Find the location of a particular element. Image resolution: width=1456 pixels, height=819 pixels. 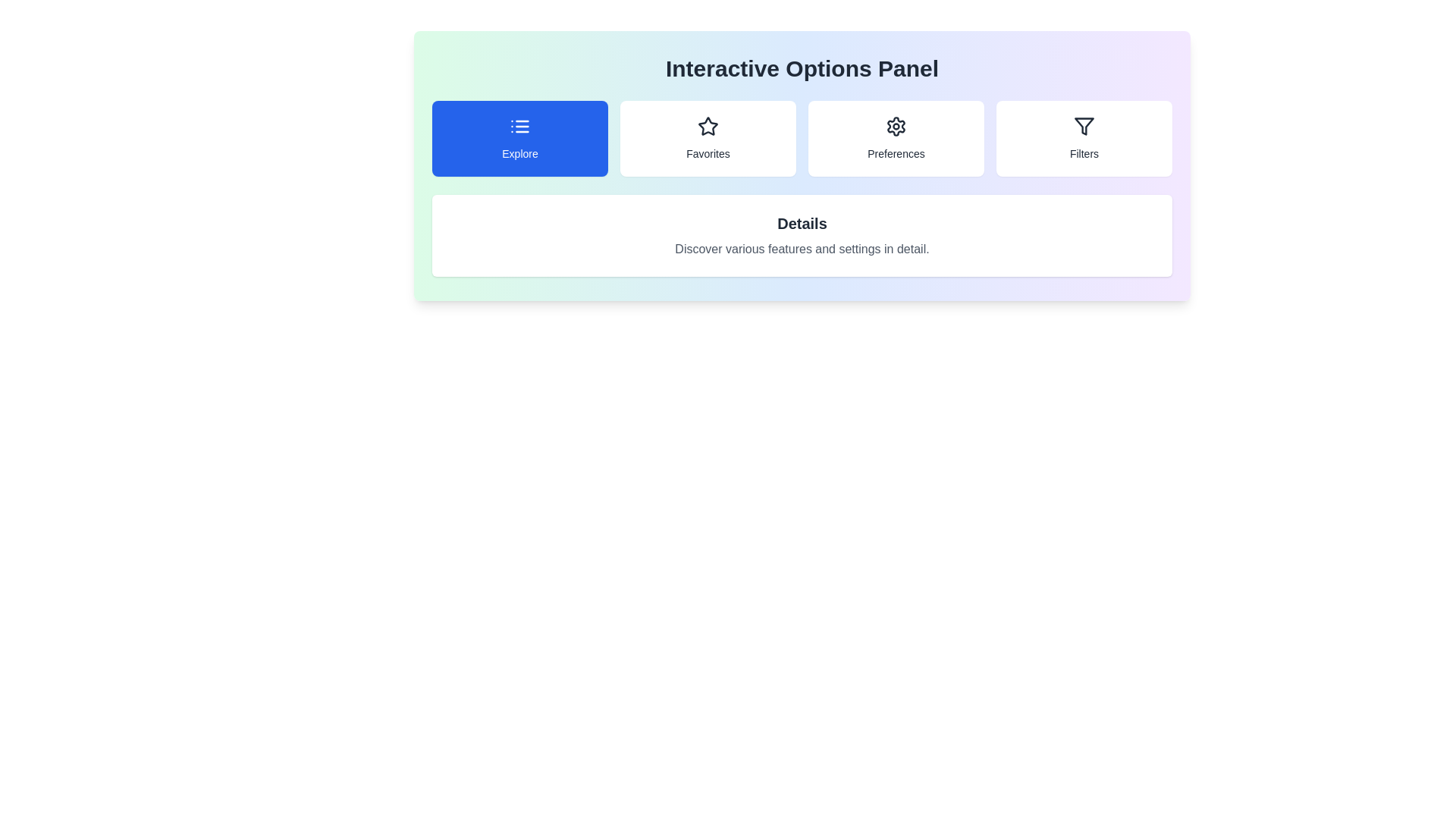

the cogwheel-shaped SVG icon, which is the third option in a group of four icons at the top-center of the interface is located at coordinates (896, 125).